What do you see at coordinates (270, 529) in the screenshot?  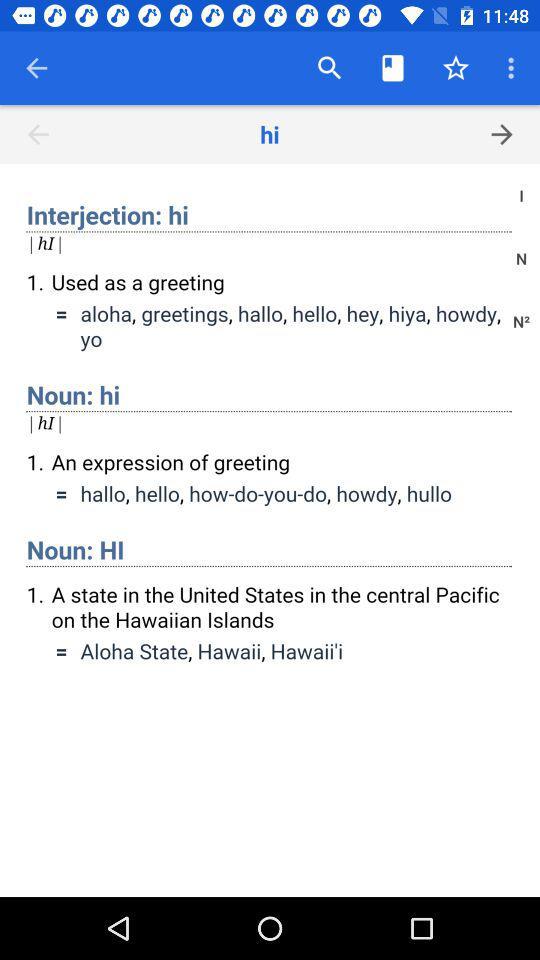 I see `definitions of hi` at bounding box center [270, 529].